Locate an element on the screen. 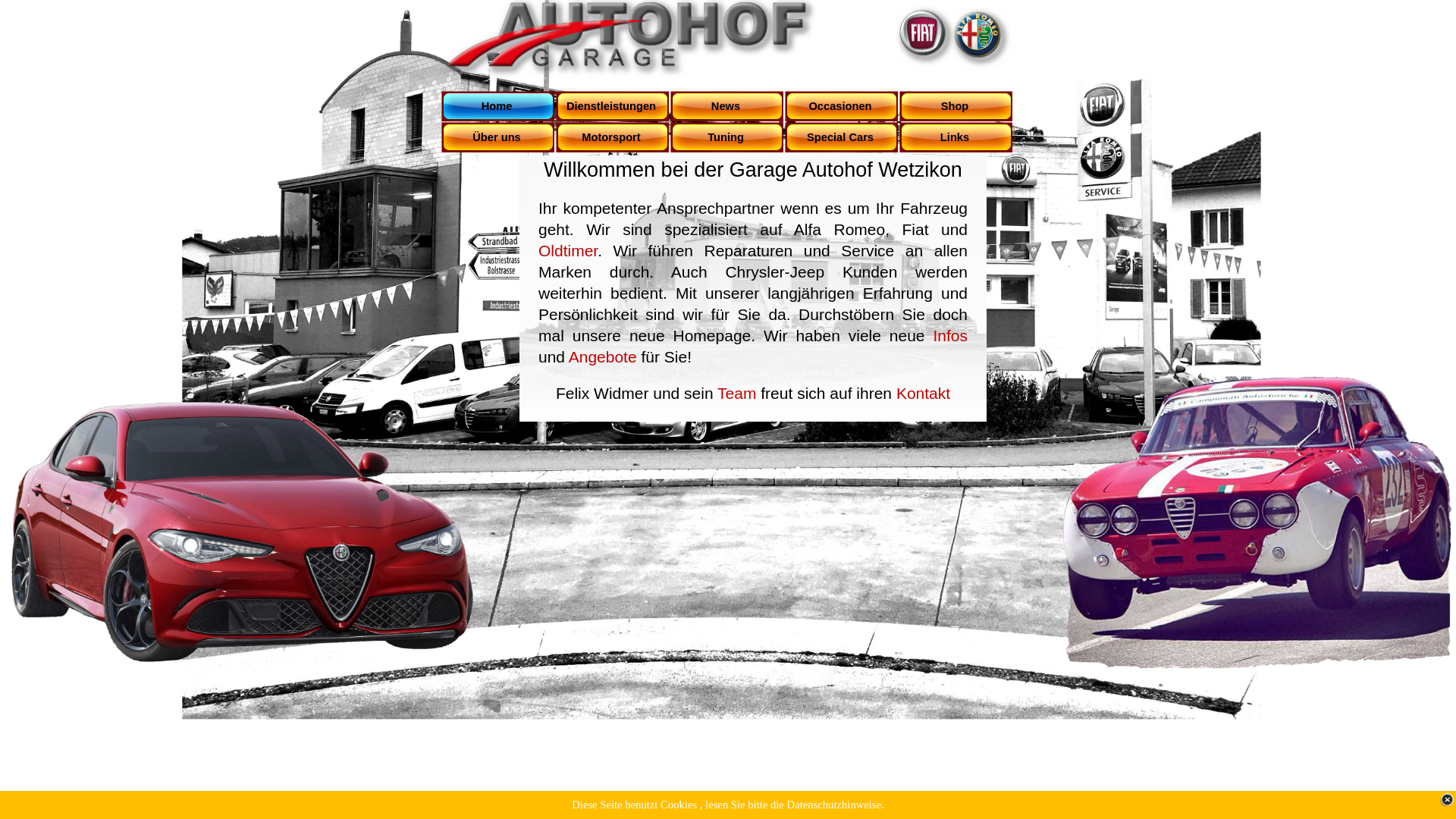 Image resolution: width=1456 pixels, height=819 pixels. 'Infos' is located at coordinates (949, 334).